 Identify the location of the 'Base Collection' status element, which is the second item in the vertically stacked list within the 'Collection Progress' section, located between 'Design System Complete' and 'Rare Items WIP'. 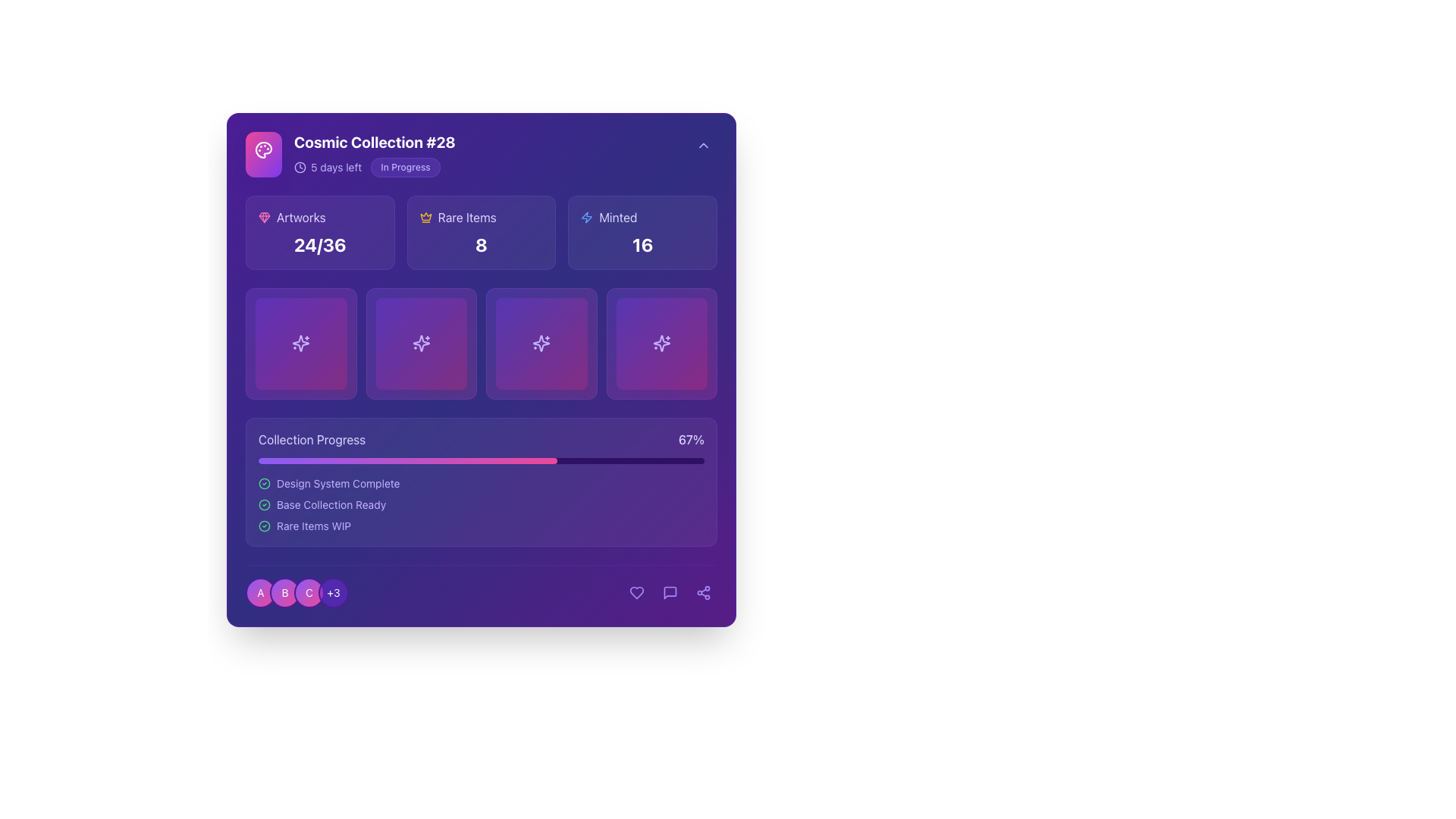
(480, 504).